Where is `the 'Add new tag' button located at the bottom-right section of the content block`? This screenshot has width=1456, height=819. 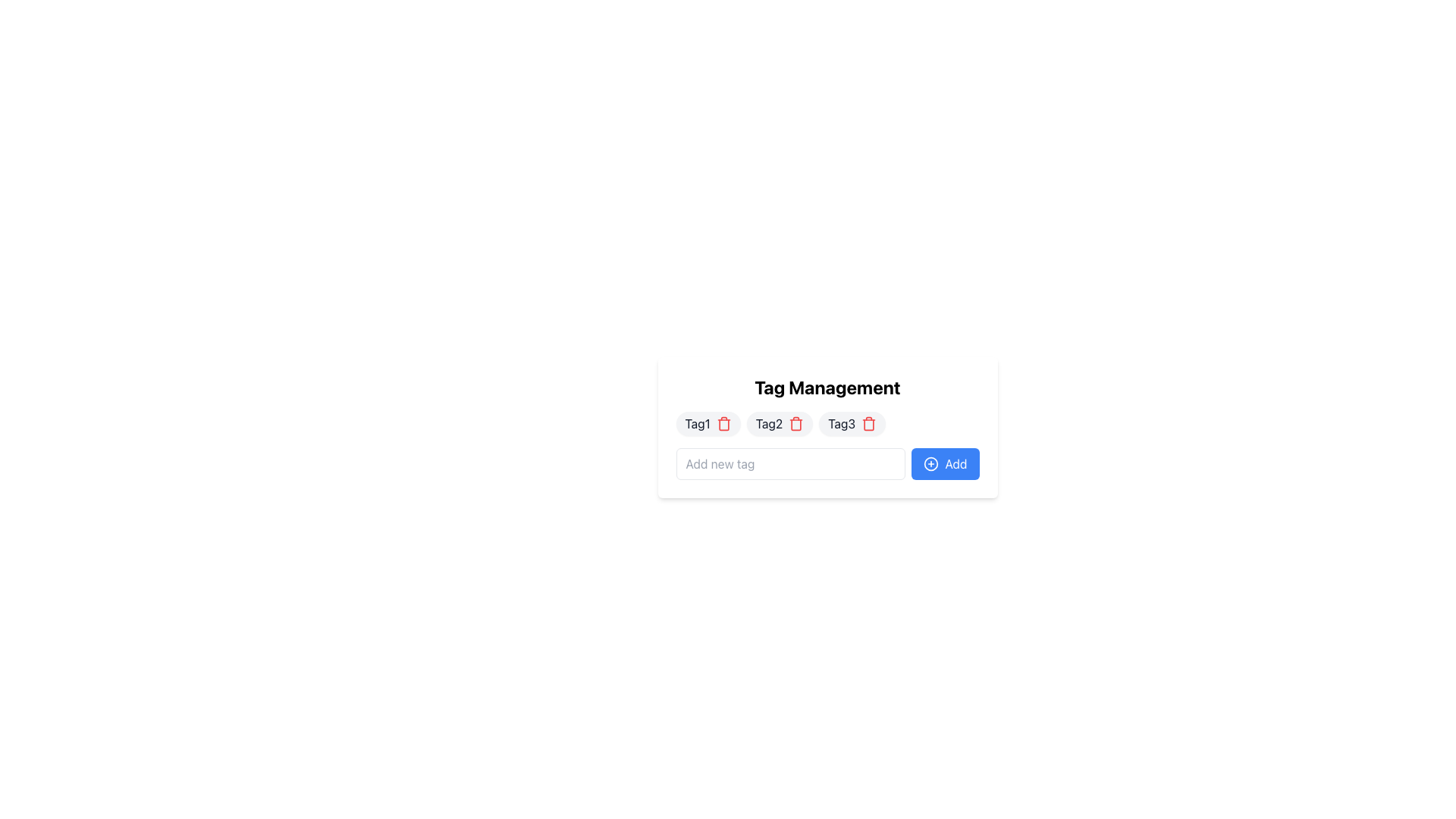 the 'Add new tag' button located at the bottom-right section of the content block is located at coordinates (945, 463).